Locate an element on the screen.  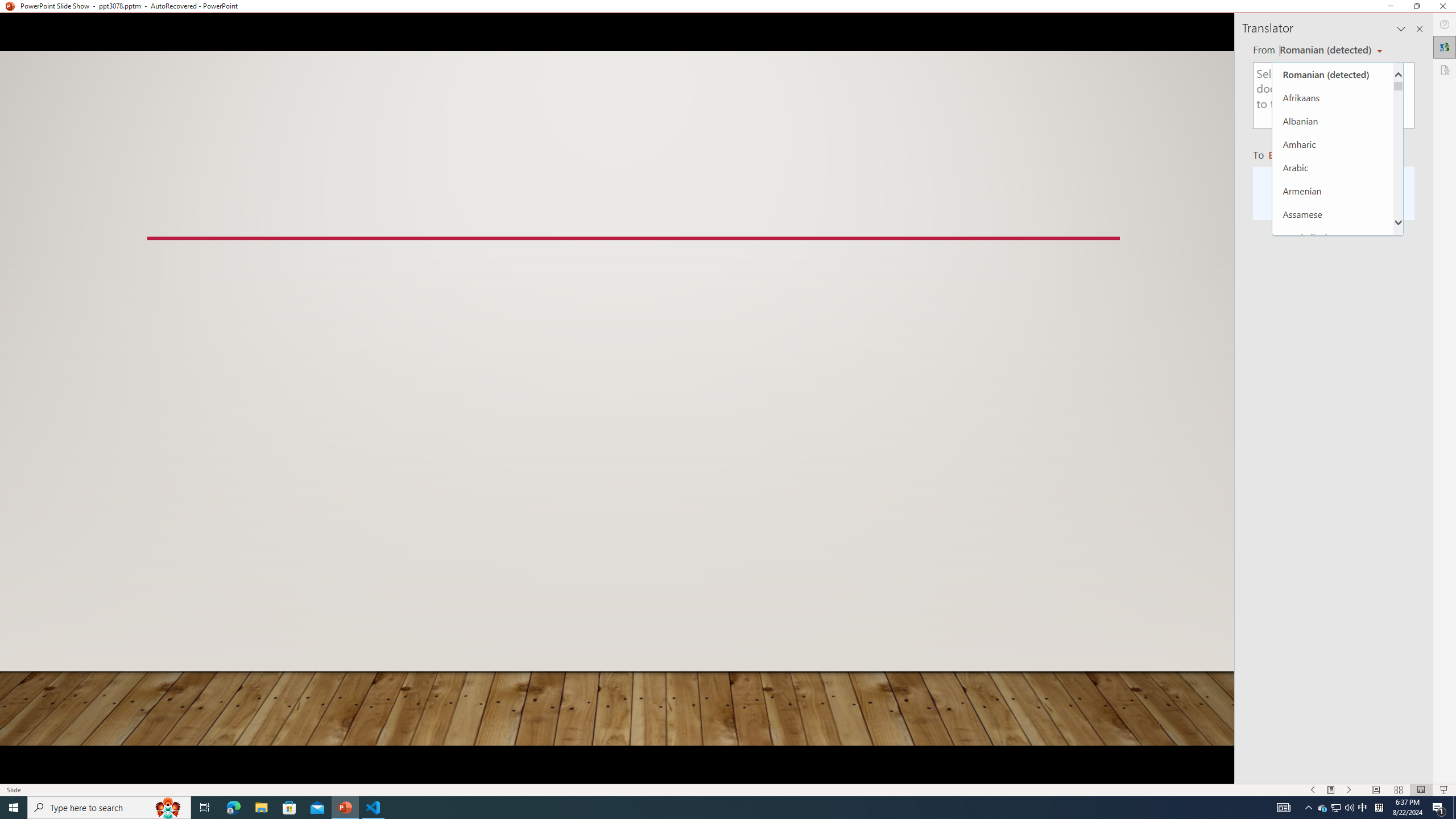
'Chhattisgarhi' is located at coordinates (1333, 470).